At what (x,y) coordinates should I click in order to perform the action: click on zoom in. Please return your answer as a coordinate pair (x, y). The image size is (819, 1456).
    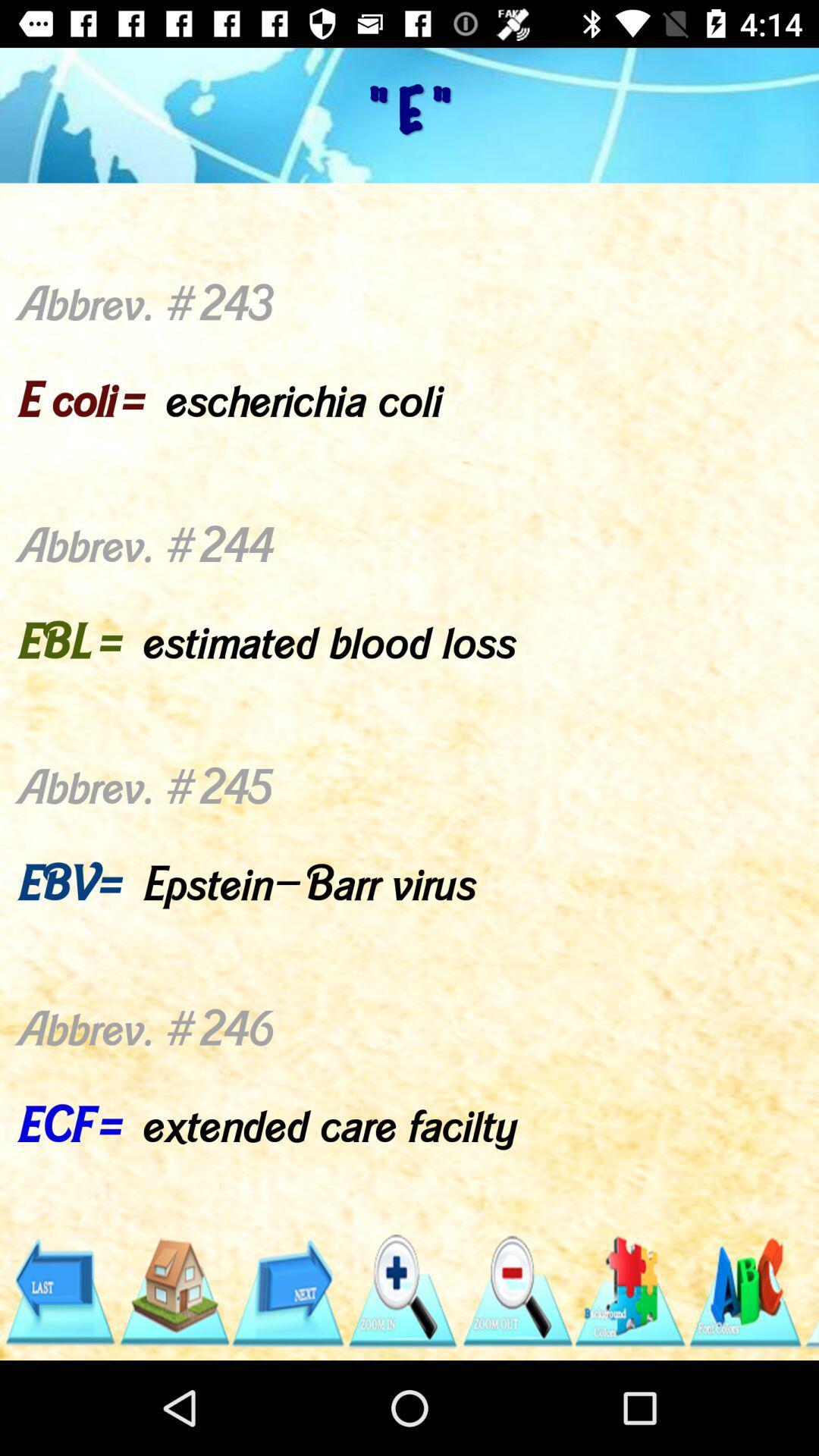
    Looking at the image, I should click on (401, 1291).